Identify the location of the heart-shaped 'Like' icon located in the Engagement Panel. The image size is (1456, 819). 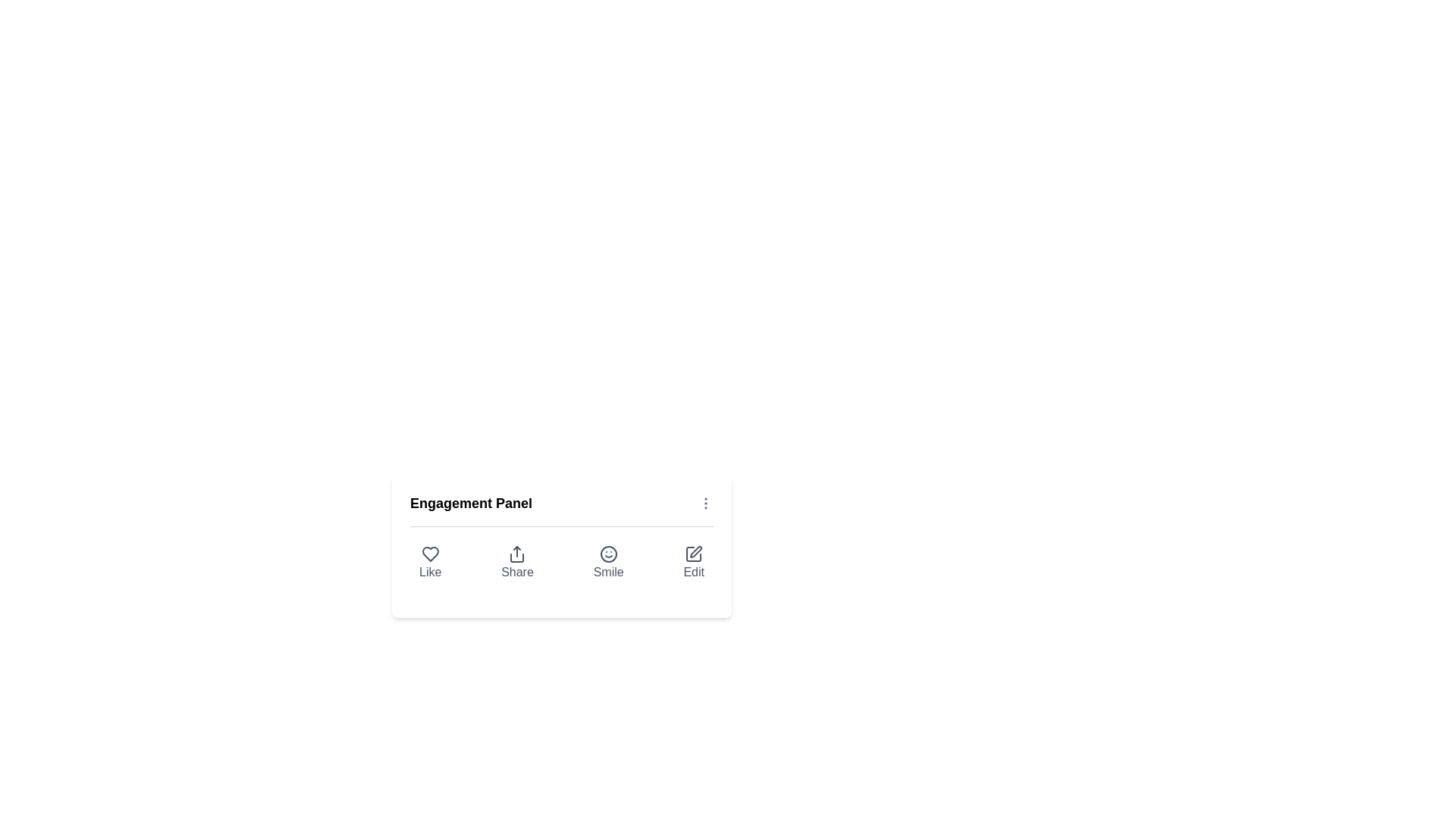
(429, 554).